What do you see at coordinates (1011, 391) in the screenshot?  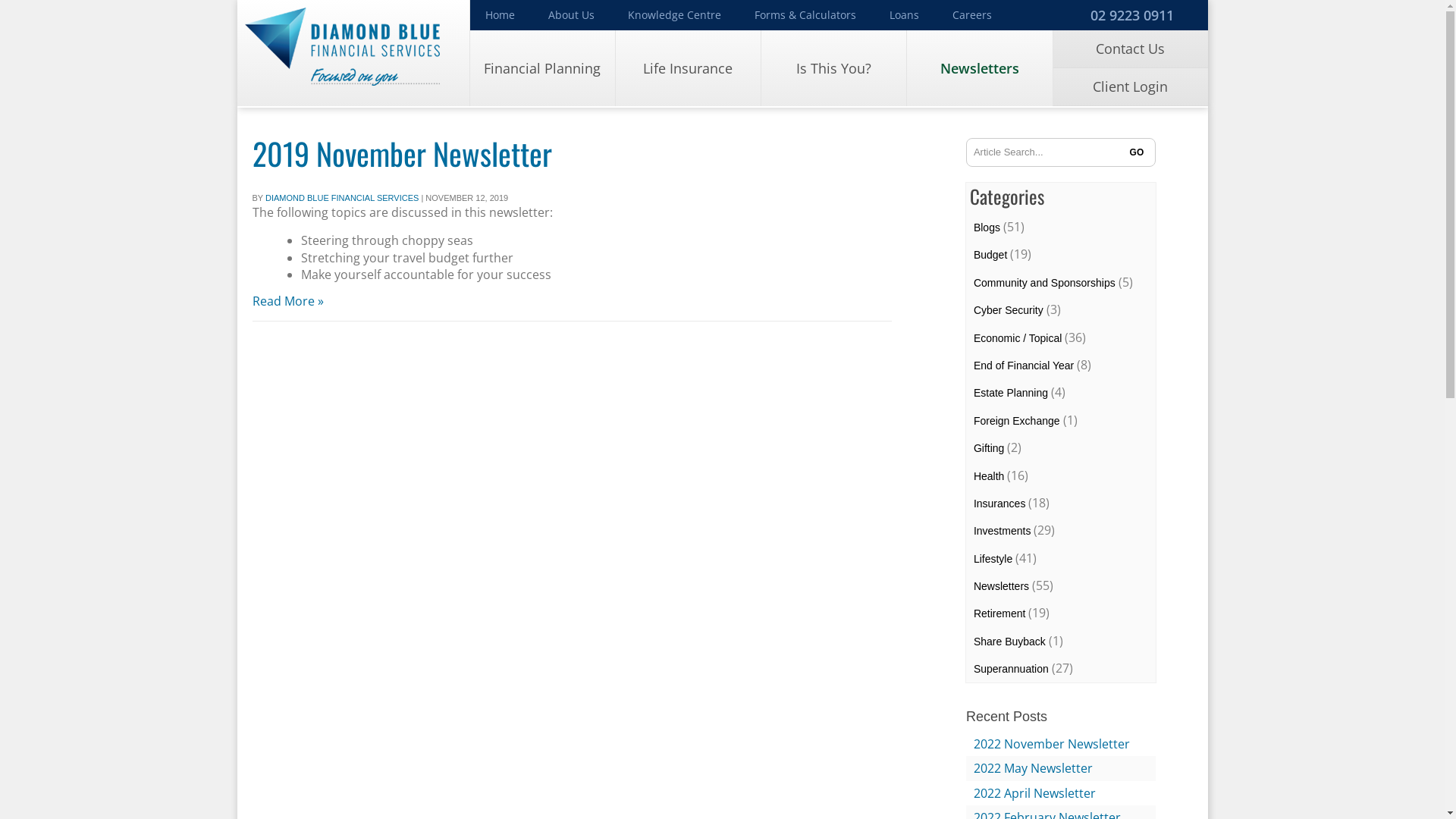 I see `'Estate Planning'` at bounding box center [1011, 391].